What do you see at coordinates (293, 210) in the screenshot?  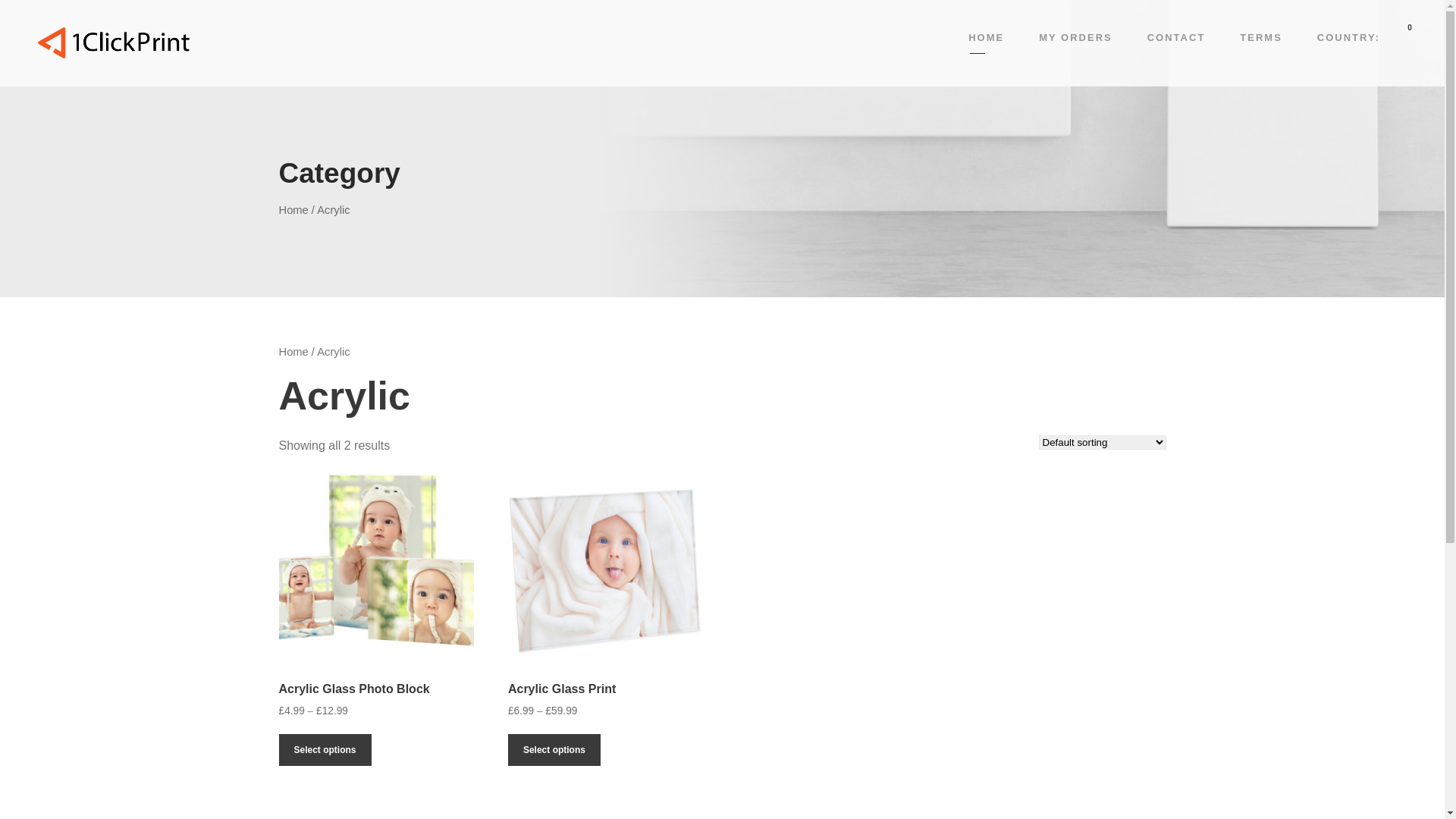 I see `'Home'` at bounding box center [293, 210].